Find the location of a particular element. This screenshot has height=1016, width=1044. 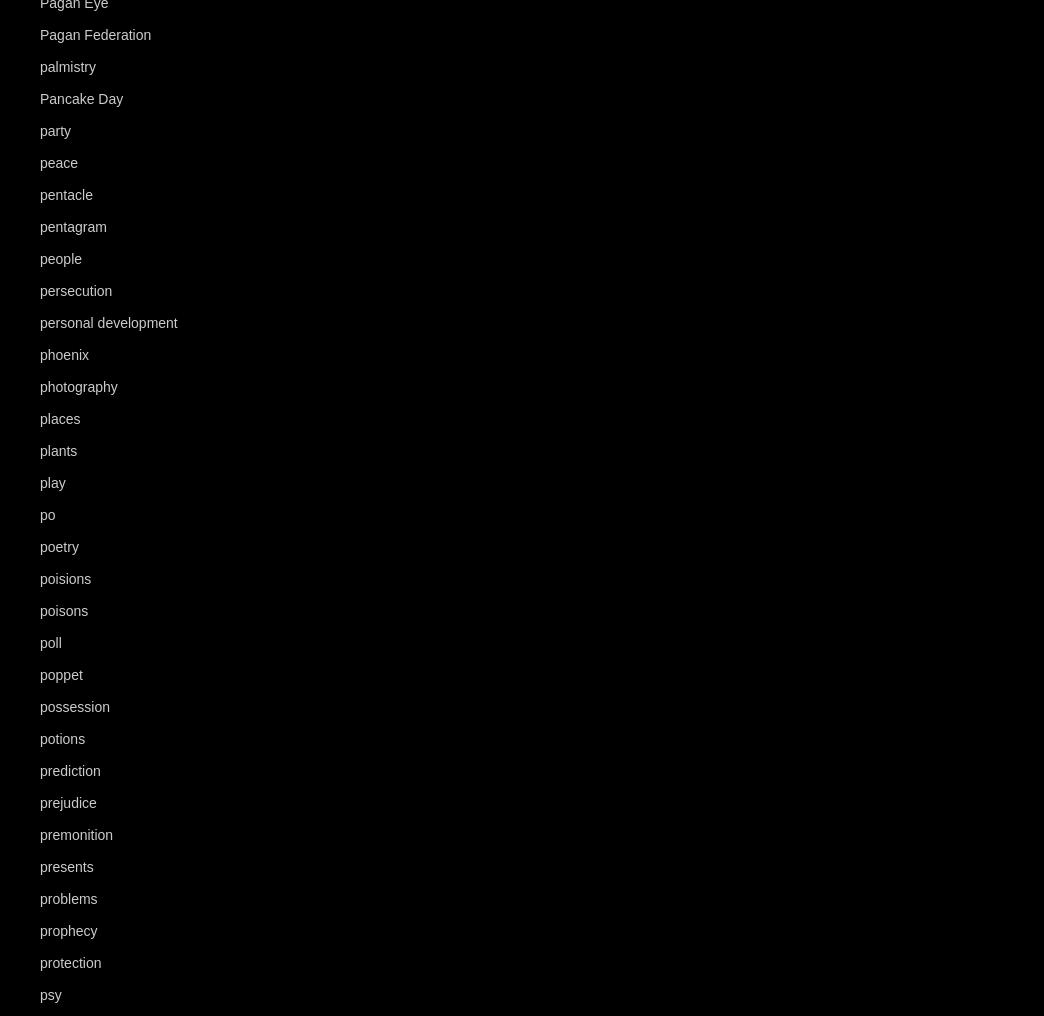

'po' is located at coordinates (46, 514).